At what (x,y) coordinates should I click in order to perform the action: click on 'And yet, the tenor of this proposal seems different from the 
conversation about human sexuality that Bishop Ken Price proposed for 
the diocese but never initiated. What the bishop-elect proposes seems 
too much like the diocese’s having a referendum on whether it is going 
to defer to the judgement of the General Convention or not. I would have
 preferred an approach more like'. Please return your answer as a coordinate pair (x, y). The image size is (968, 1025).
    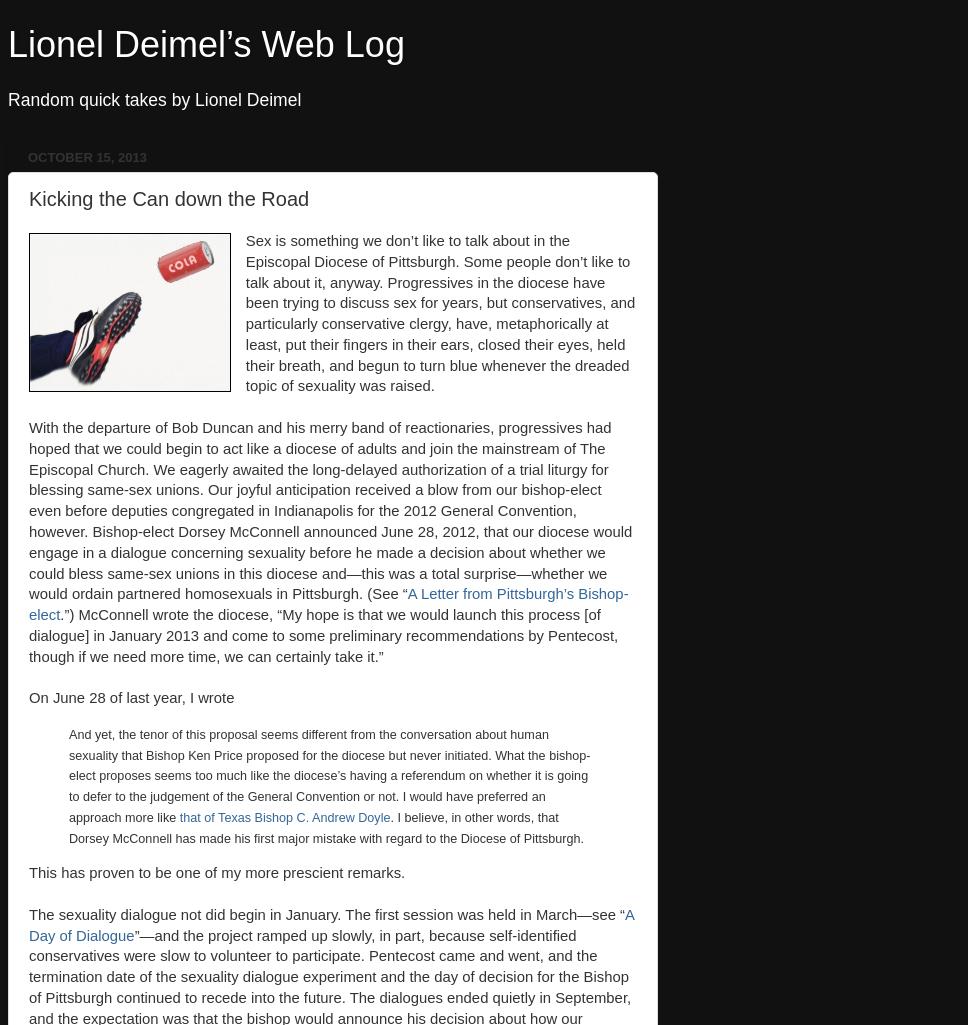
    Looking at the image, I should click on (68, 775).